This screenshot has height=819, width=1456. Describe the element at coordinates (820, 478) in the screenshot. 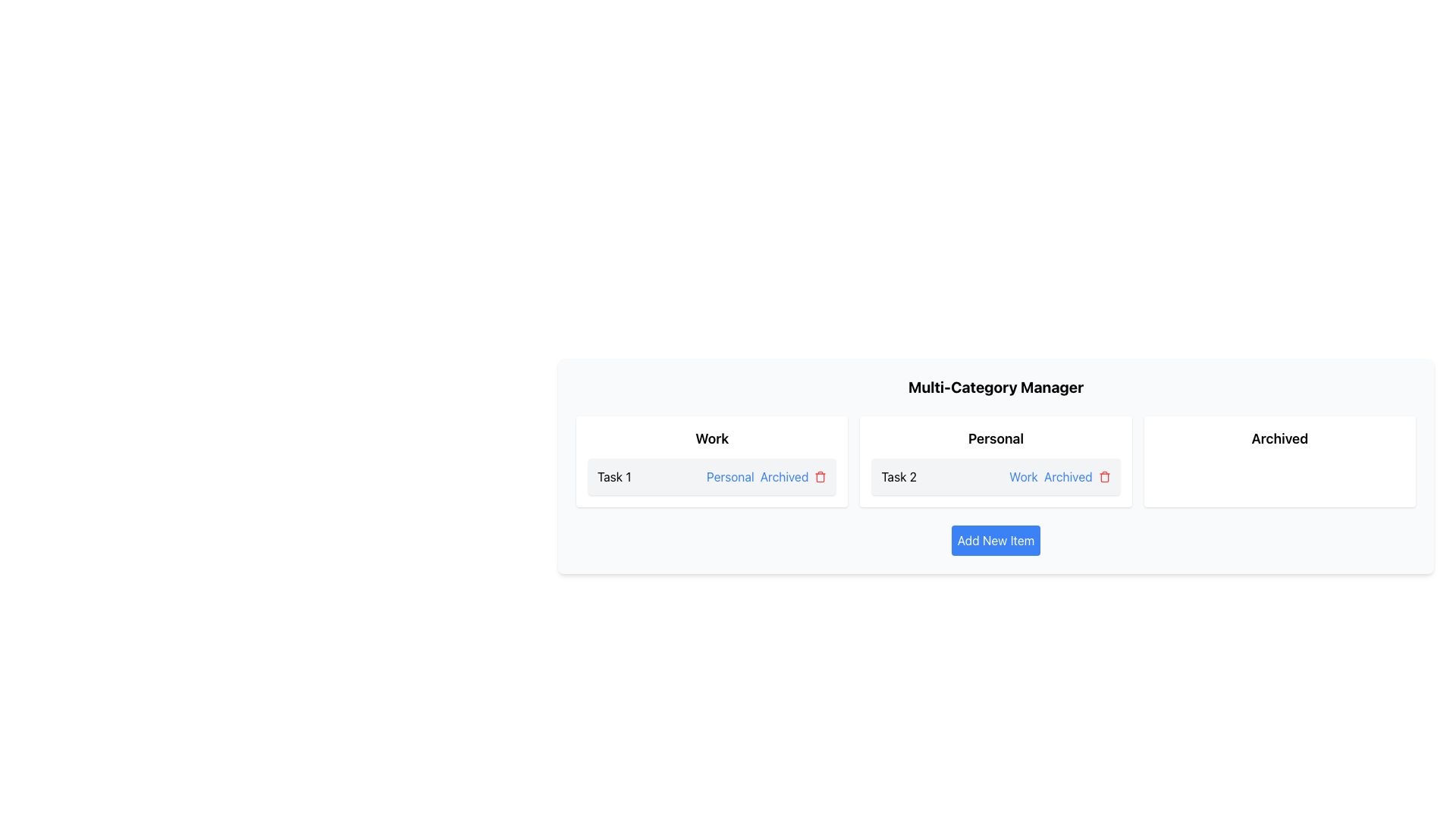

I see `the trash can icon, which is part of the task actions inline elements located to the right of the 'Archived' text in the second task of the 'Personal' category` at that location.